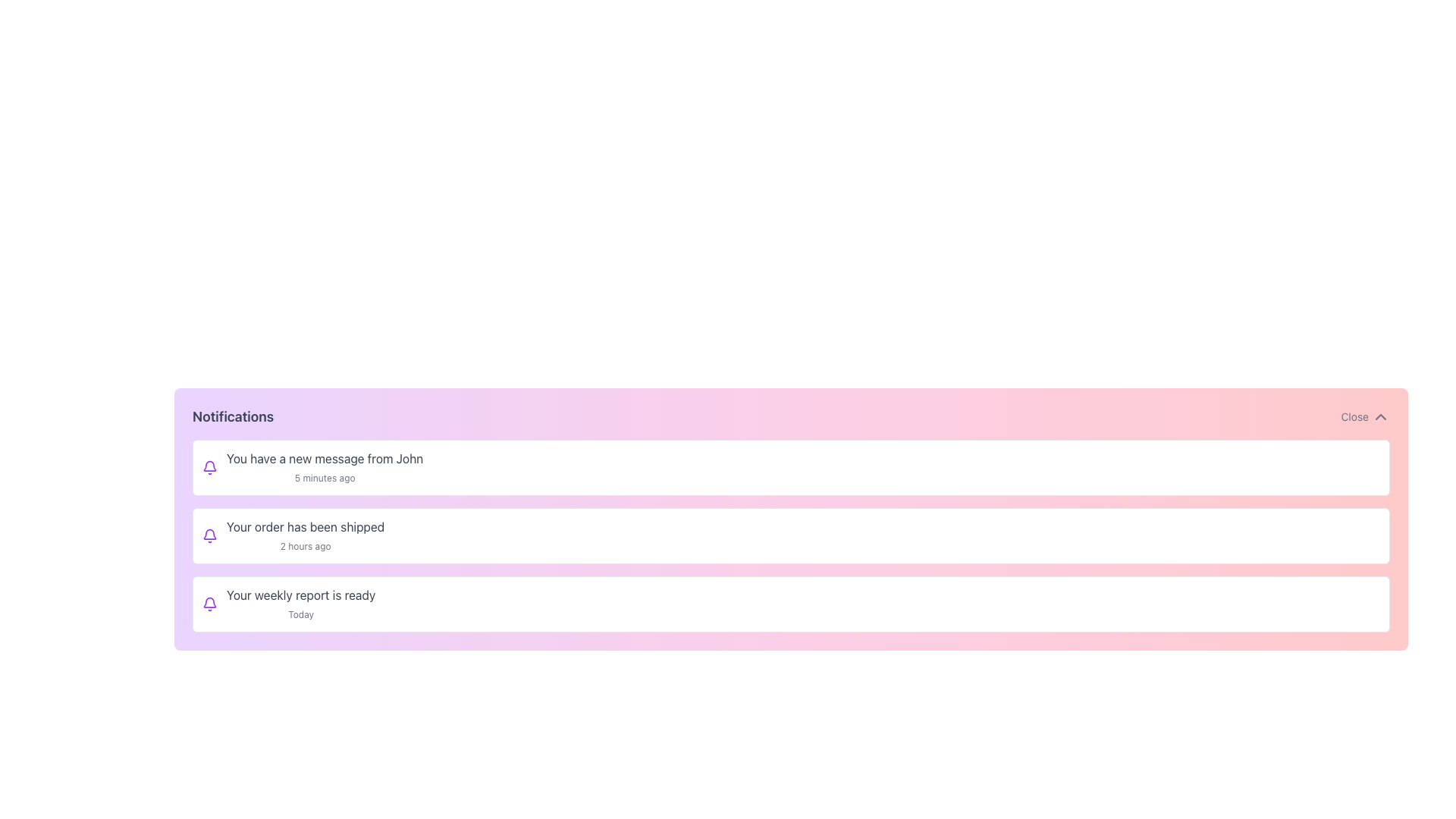  Describe the element at coordinates (209, 604) in the screenshot. I see `the notification icon that indicates the presence of information regarding the user's weekly report, located to the left of the text 'Your weekly report is ready'` at that location.